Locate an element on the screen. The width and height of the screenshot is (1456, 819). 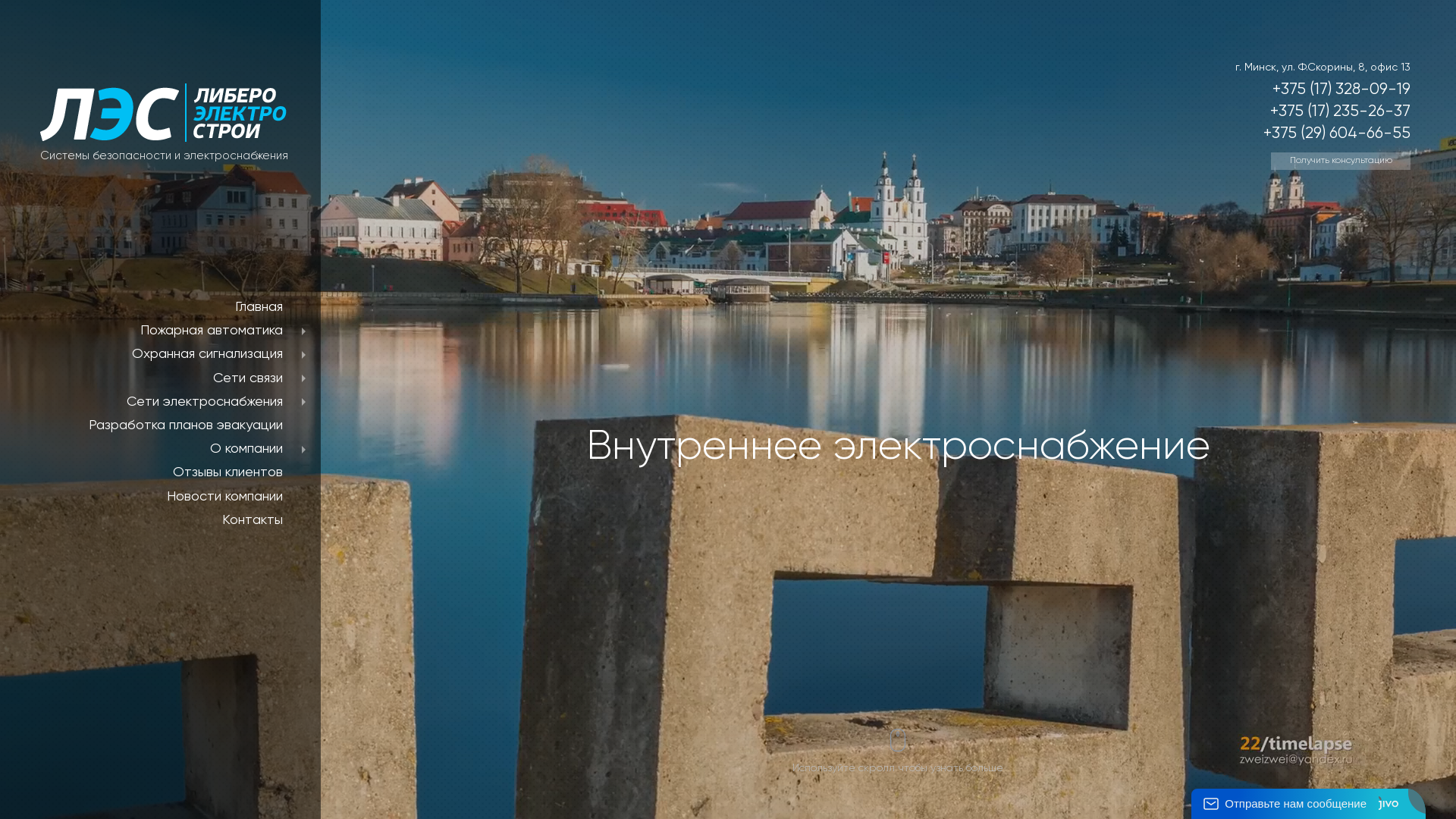
'+375 (17) 235-26-37' is located at coordinates (1340, 111).